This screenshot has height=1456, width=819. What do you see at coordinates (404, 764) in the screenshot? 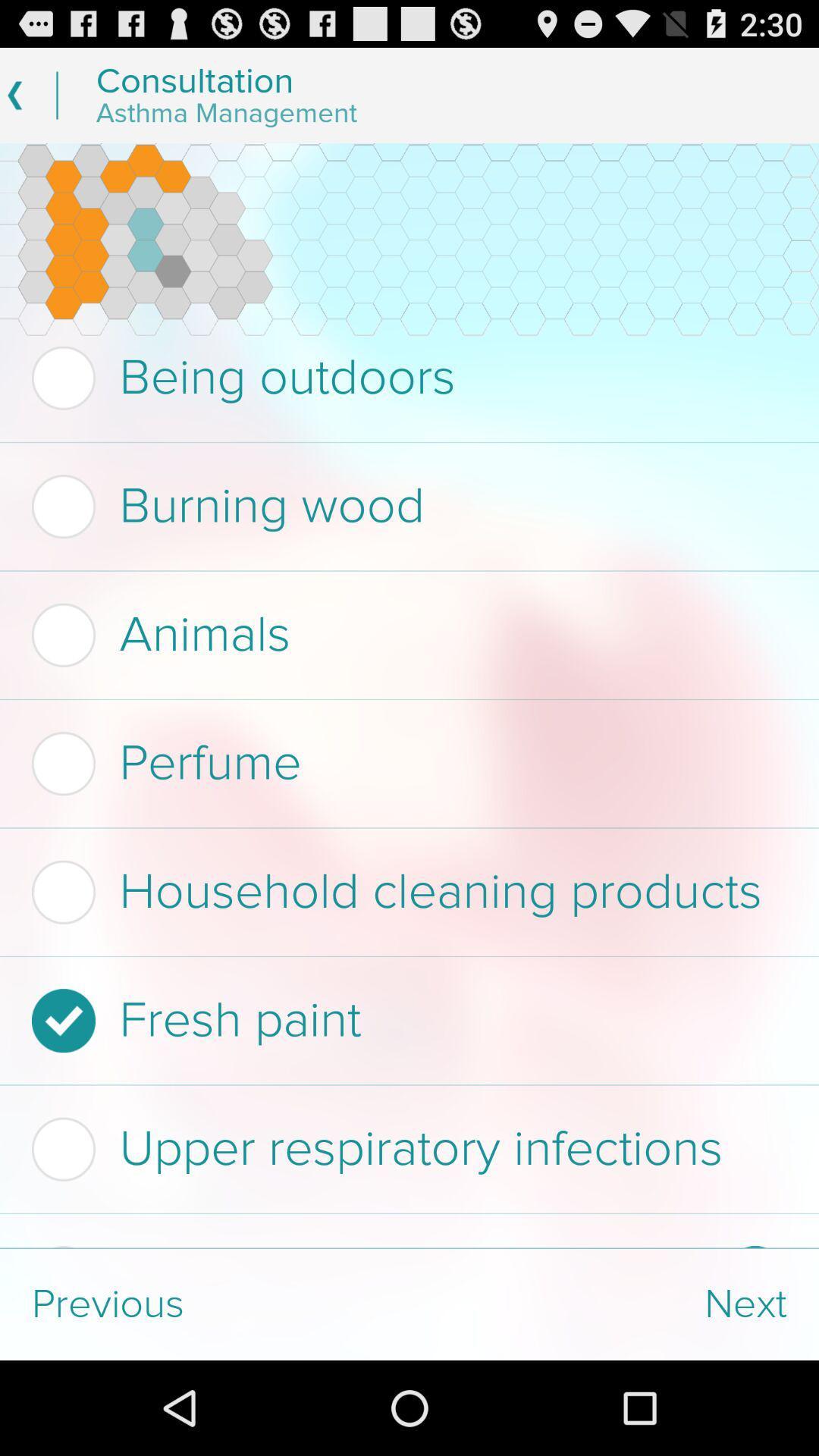
I see `the perfume checkbox` at bounding box center [404, 764].